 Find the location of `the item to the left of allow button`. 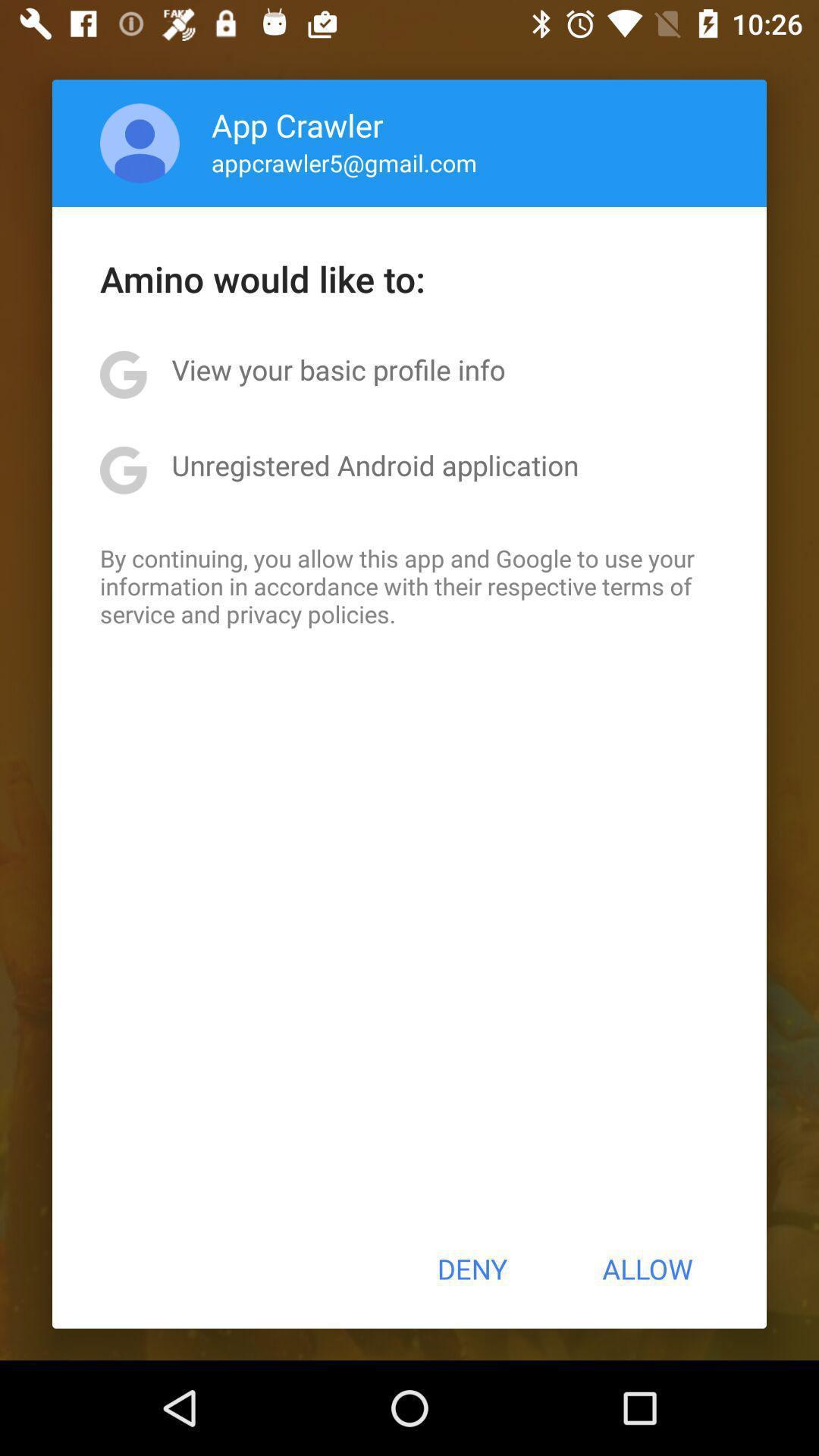

the item to the left of allow button is located at coordinates (471, 1269).